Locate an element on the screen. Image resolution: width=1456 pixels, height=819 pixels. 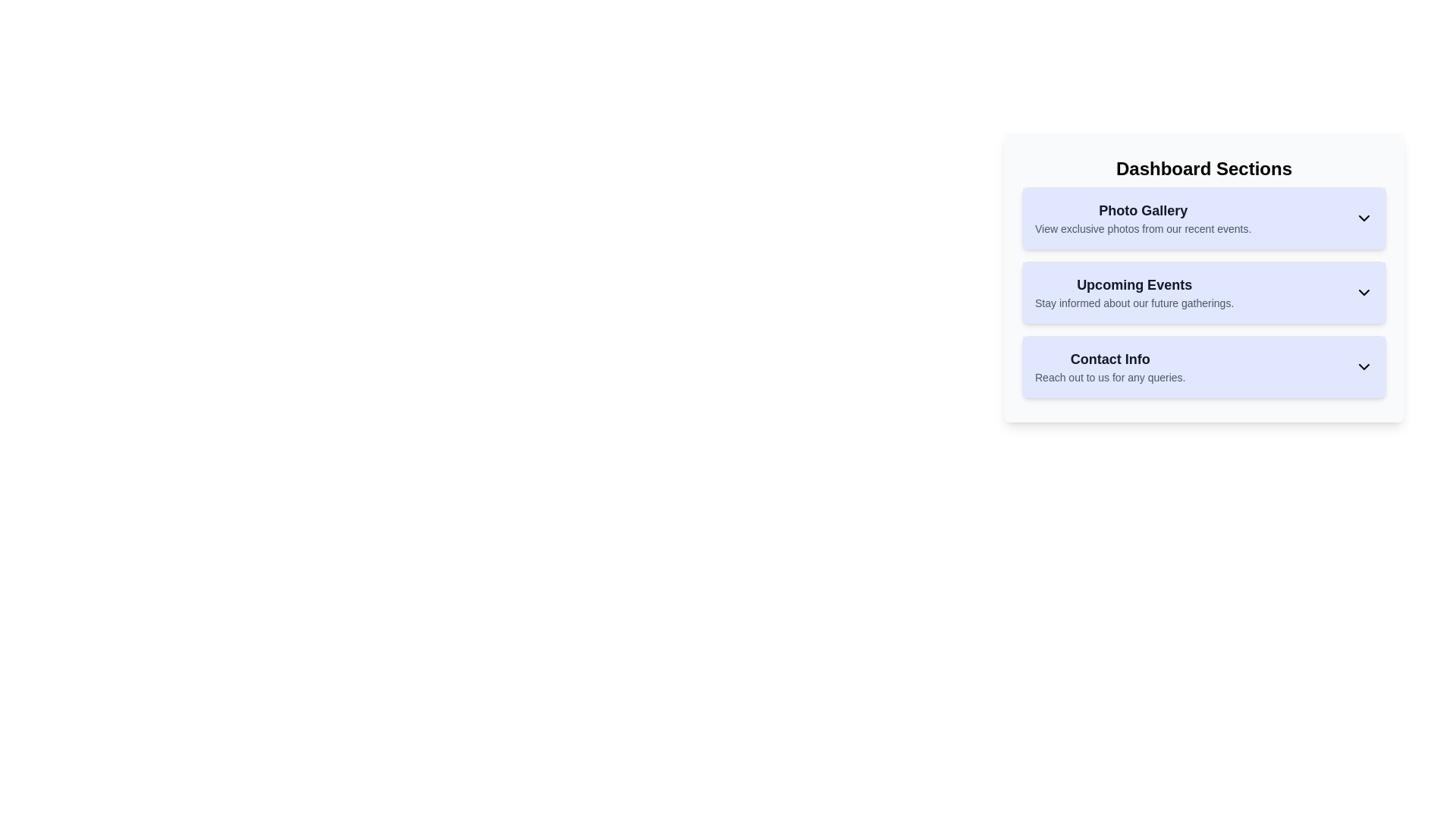
the chevron icon that indicates the expand/collapse functionality of the 'Photo Gallery' section on the Dashboard is located at coordinates (1364, 218).